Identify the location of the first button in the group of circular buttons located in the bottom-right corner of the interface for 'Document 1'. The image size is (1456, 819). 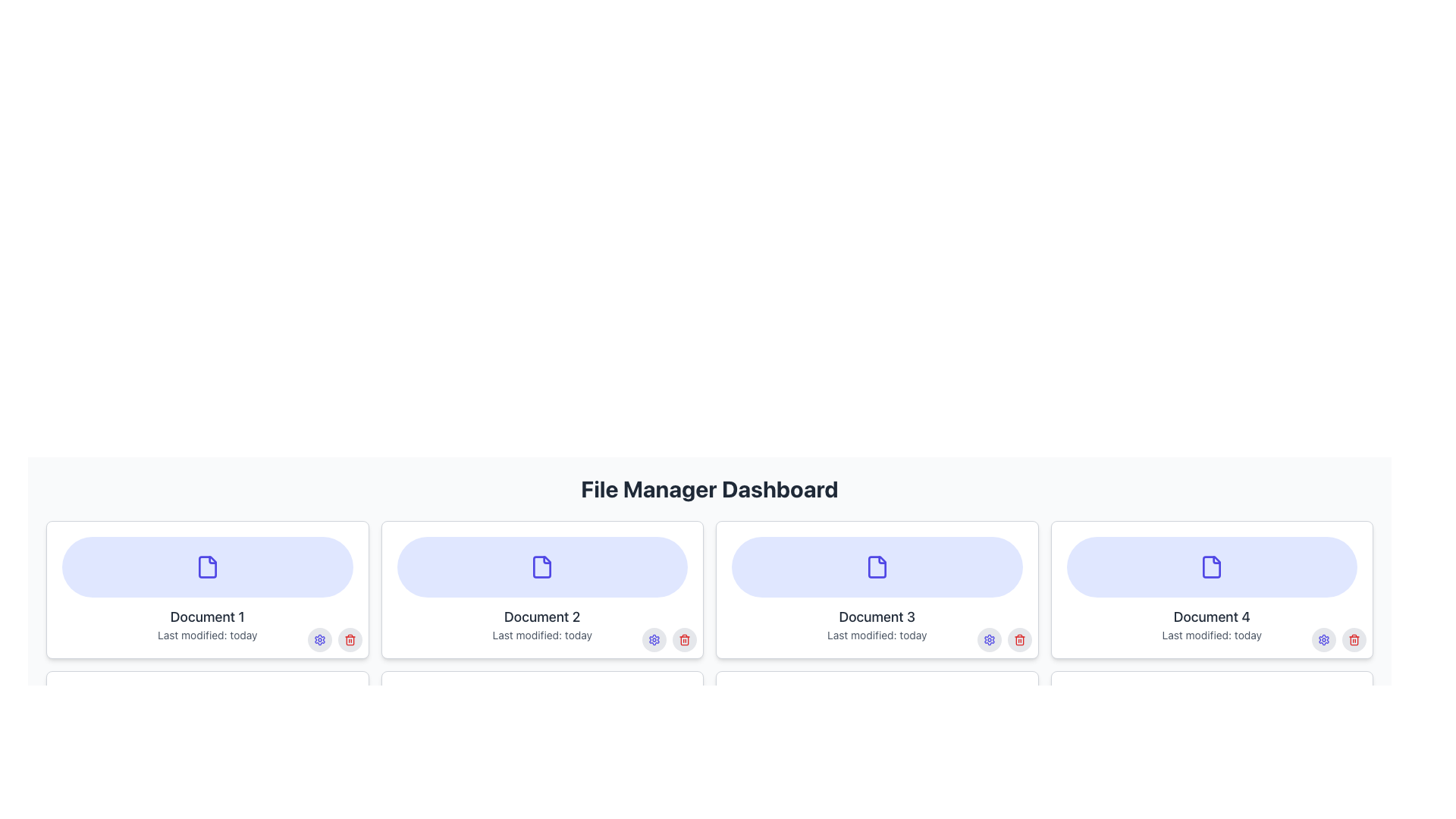
(318, 789).